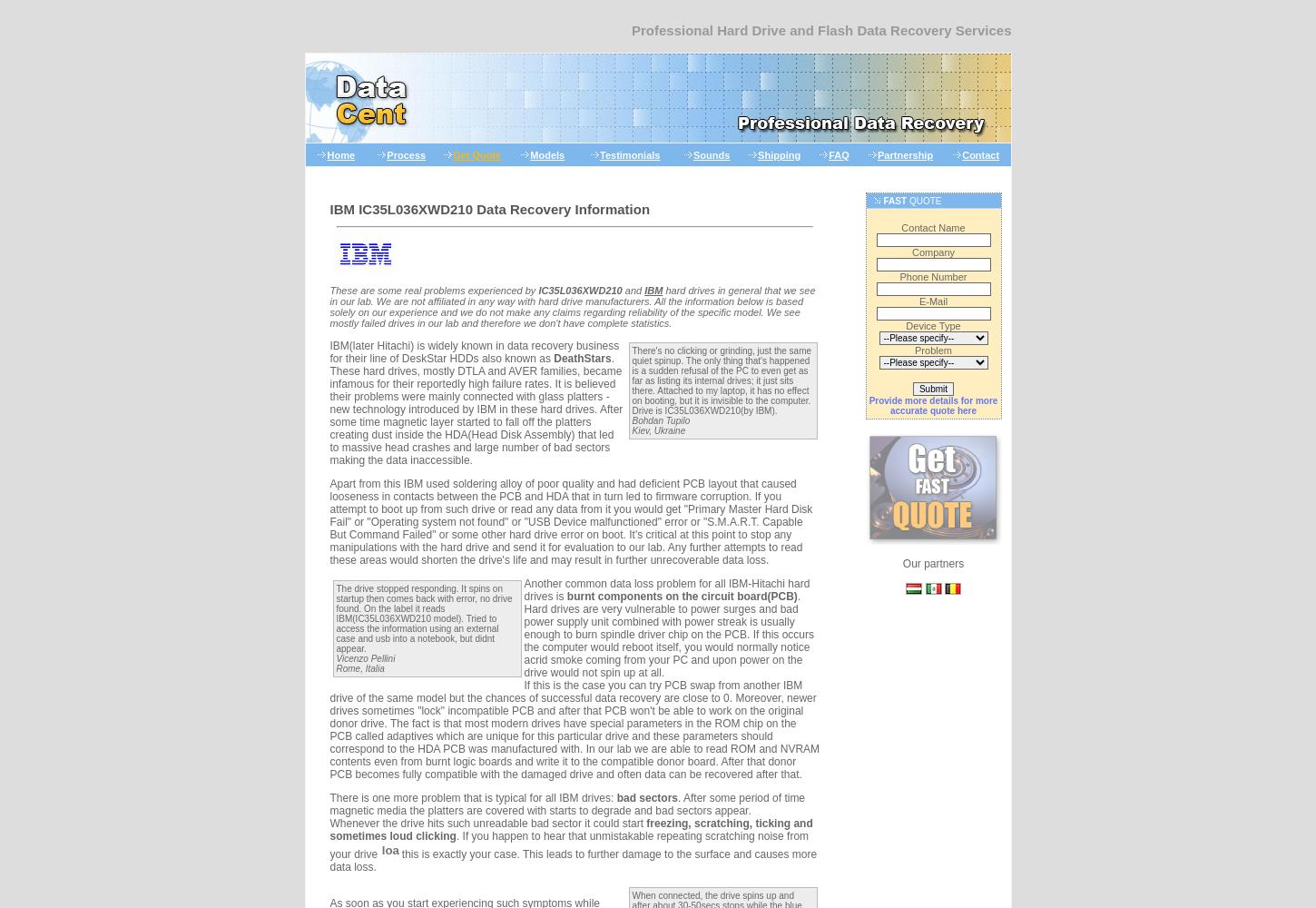 This screenshot has width=1316, height=908. Describe the element at coordinates (933, 562) in the screenshot. I see `'Our partners'` at that location.